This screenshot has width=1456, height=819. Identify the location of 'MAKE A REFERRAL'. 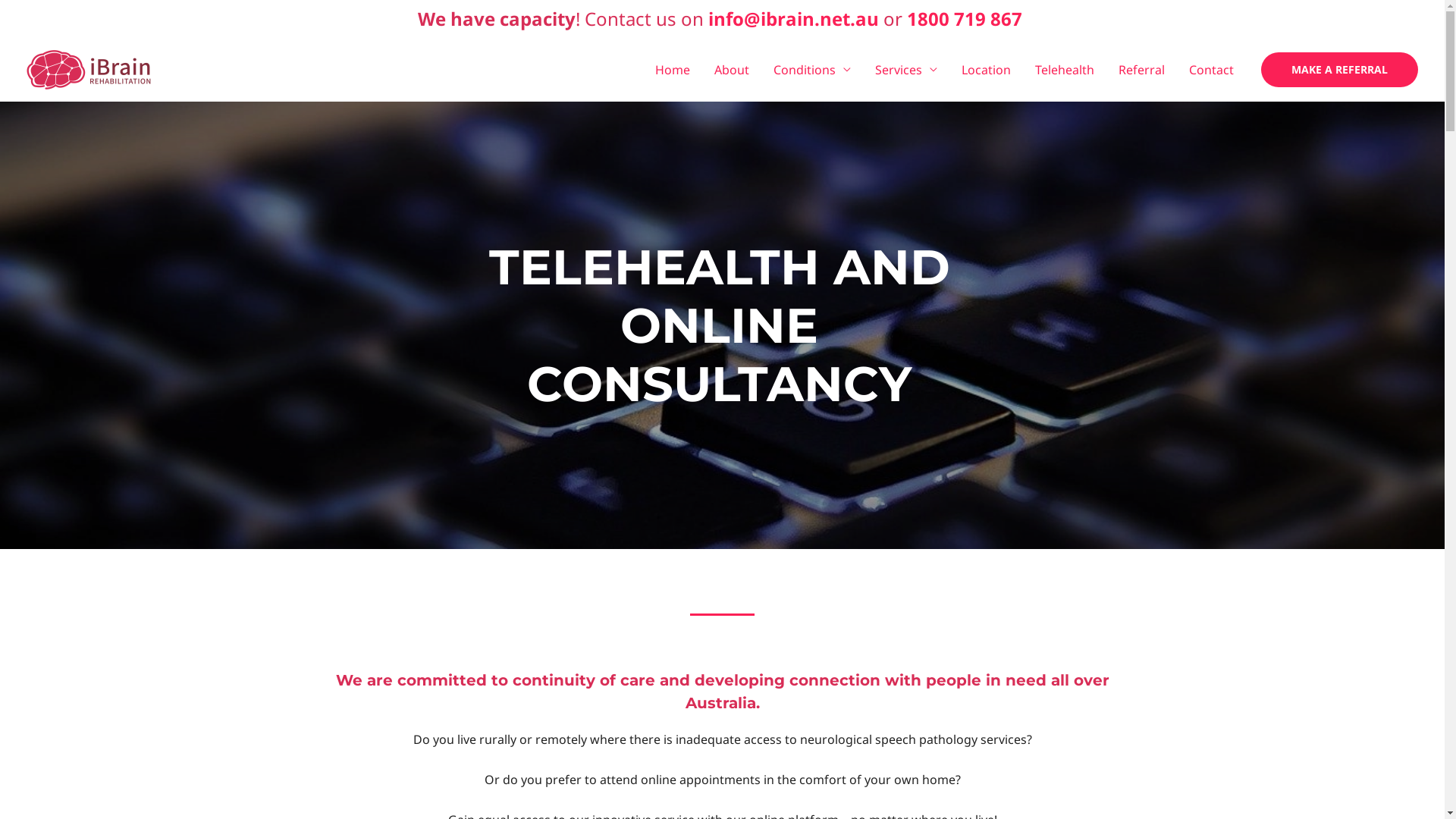
(1260, 70).